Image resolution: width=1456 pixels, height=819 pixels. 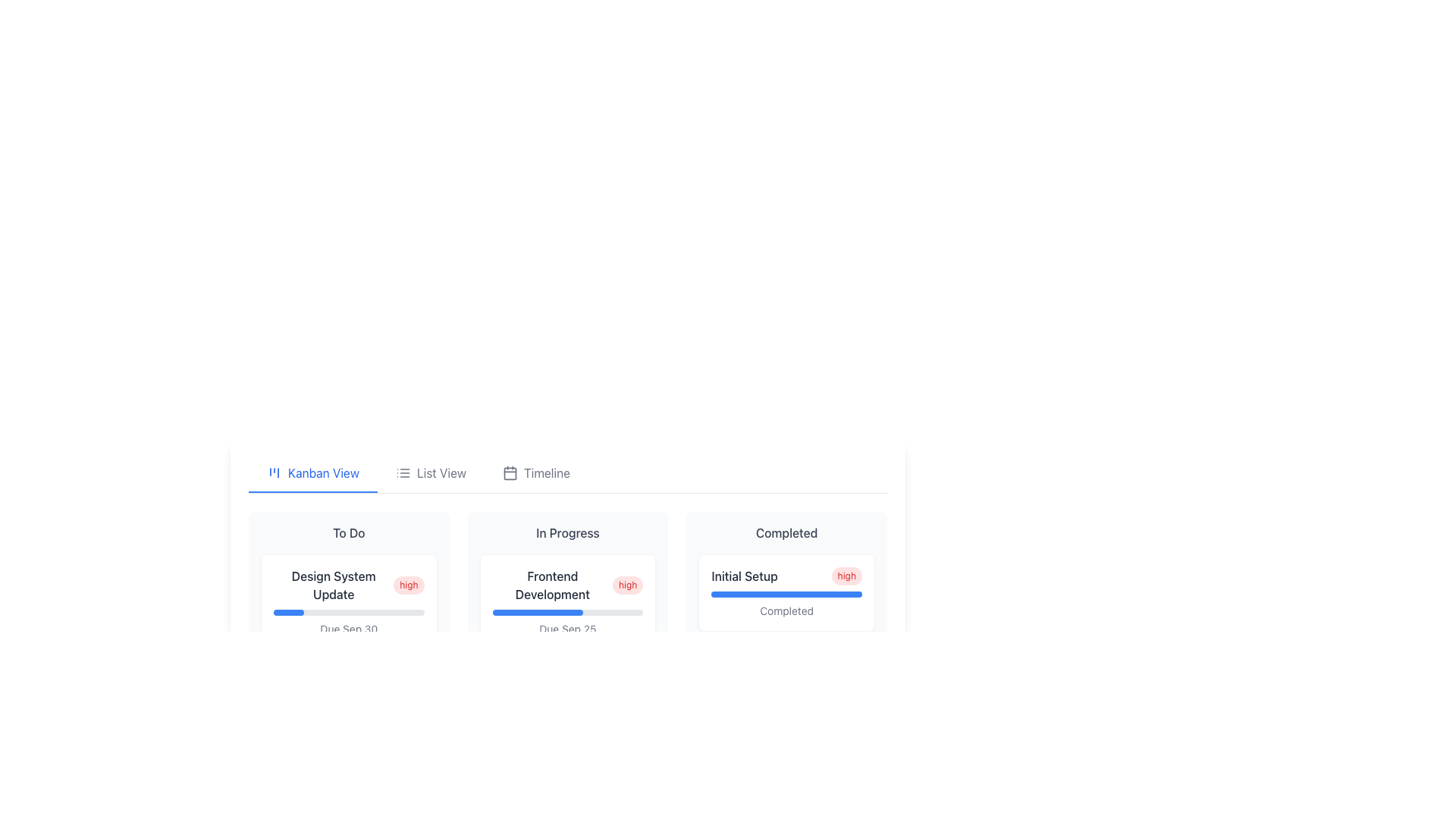 What do you see at coordinates (846, 576) in the screenshot?
I see `the Priority indicator badge located on the right side of the 'Initial Setup' row within the card under the 'Completed' section` at bounding box center [846, 576].